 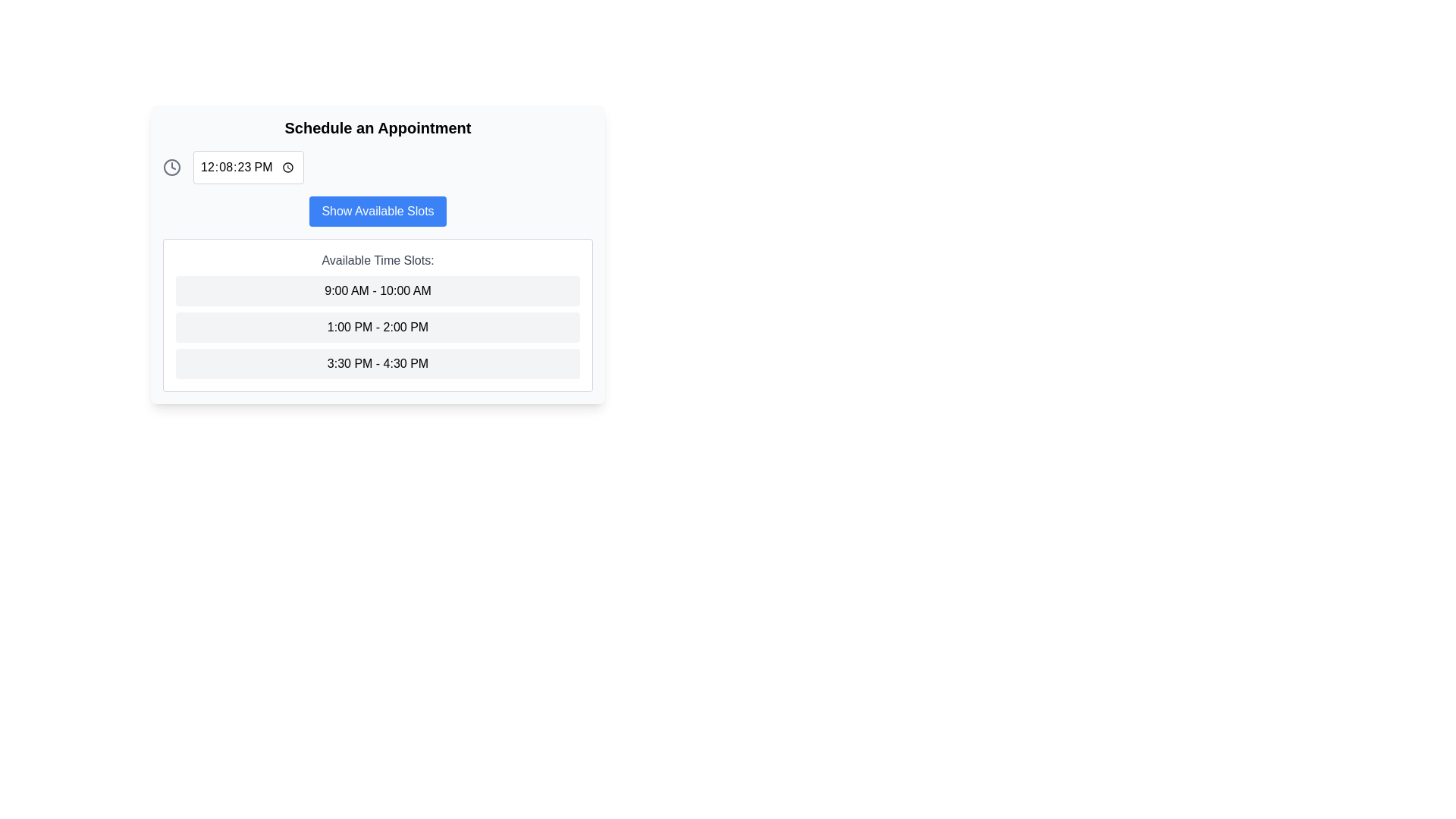 I want to click on the static display element showing the time slot '1:00 PM - 2:00 PM', which is the second item in the list of available time slots, so click(x=378, y=327).